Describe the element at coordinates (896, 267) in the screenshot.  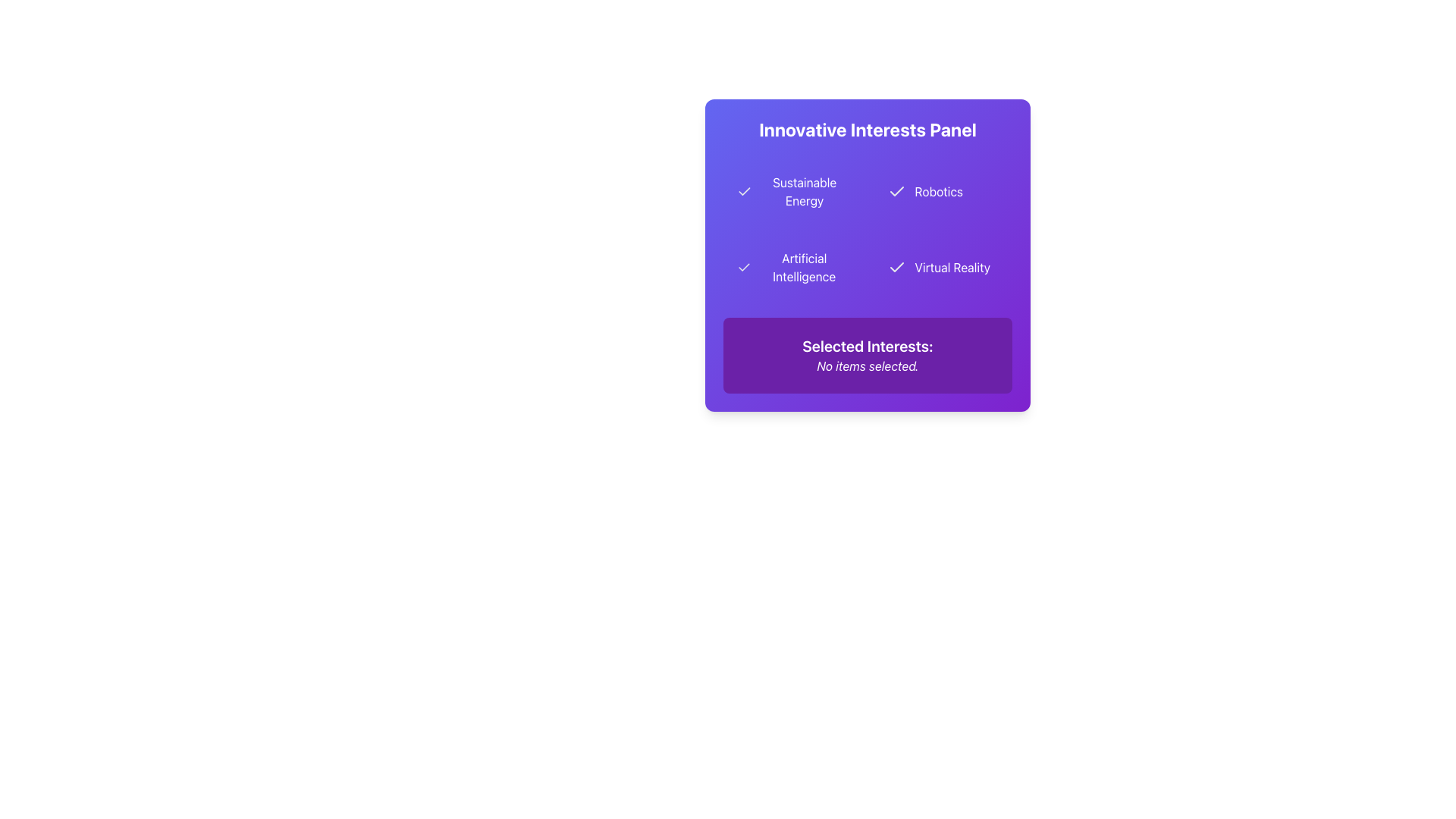
I see `the static icon representing the selected status of the 'Virtual Reality' option` at that location.